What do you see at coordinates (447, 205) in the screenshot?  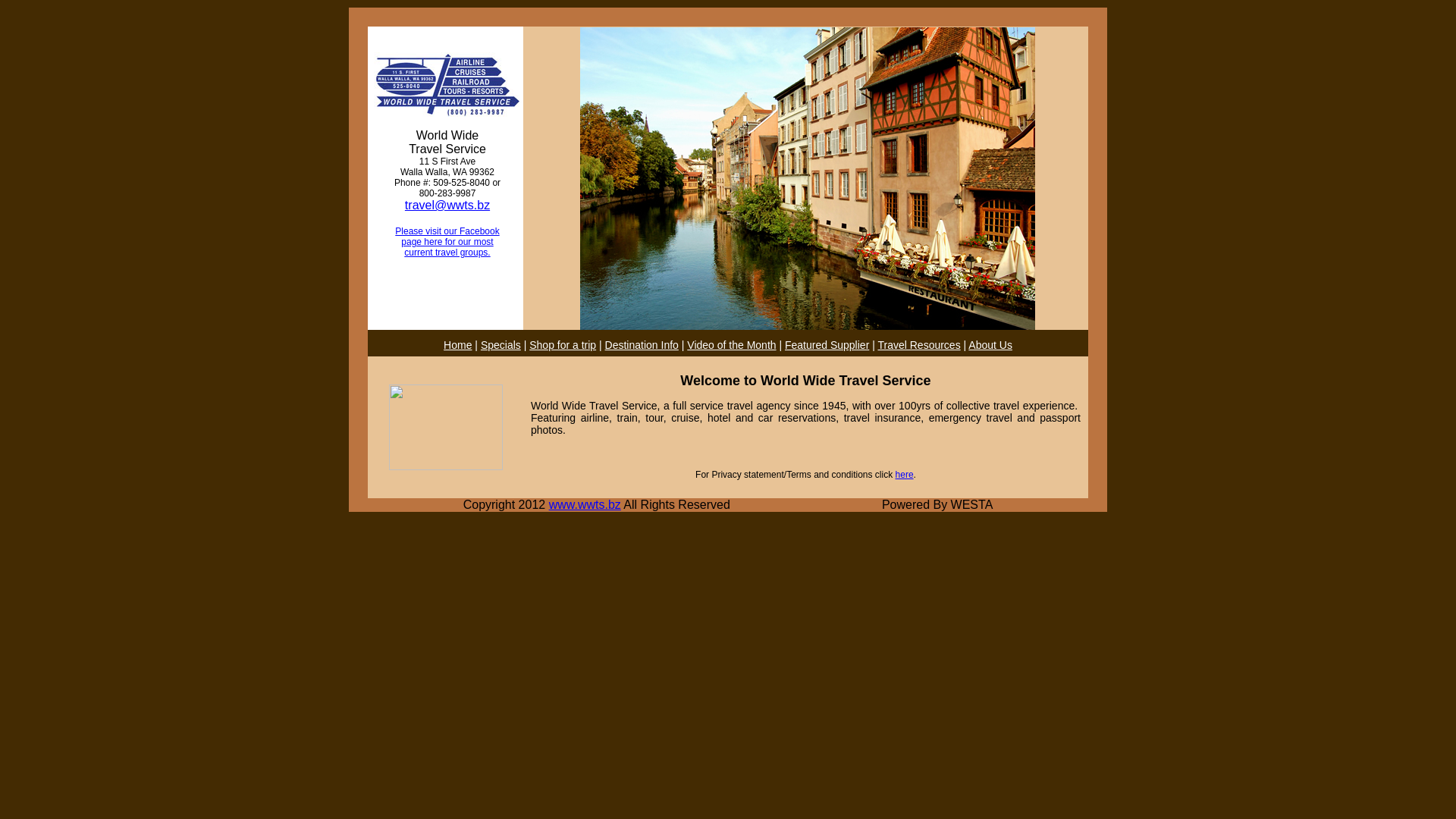 I see `'travel@wwts.bz'` at bounding box center [447, 205].